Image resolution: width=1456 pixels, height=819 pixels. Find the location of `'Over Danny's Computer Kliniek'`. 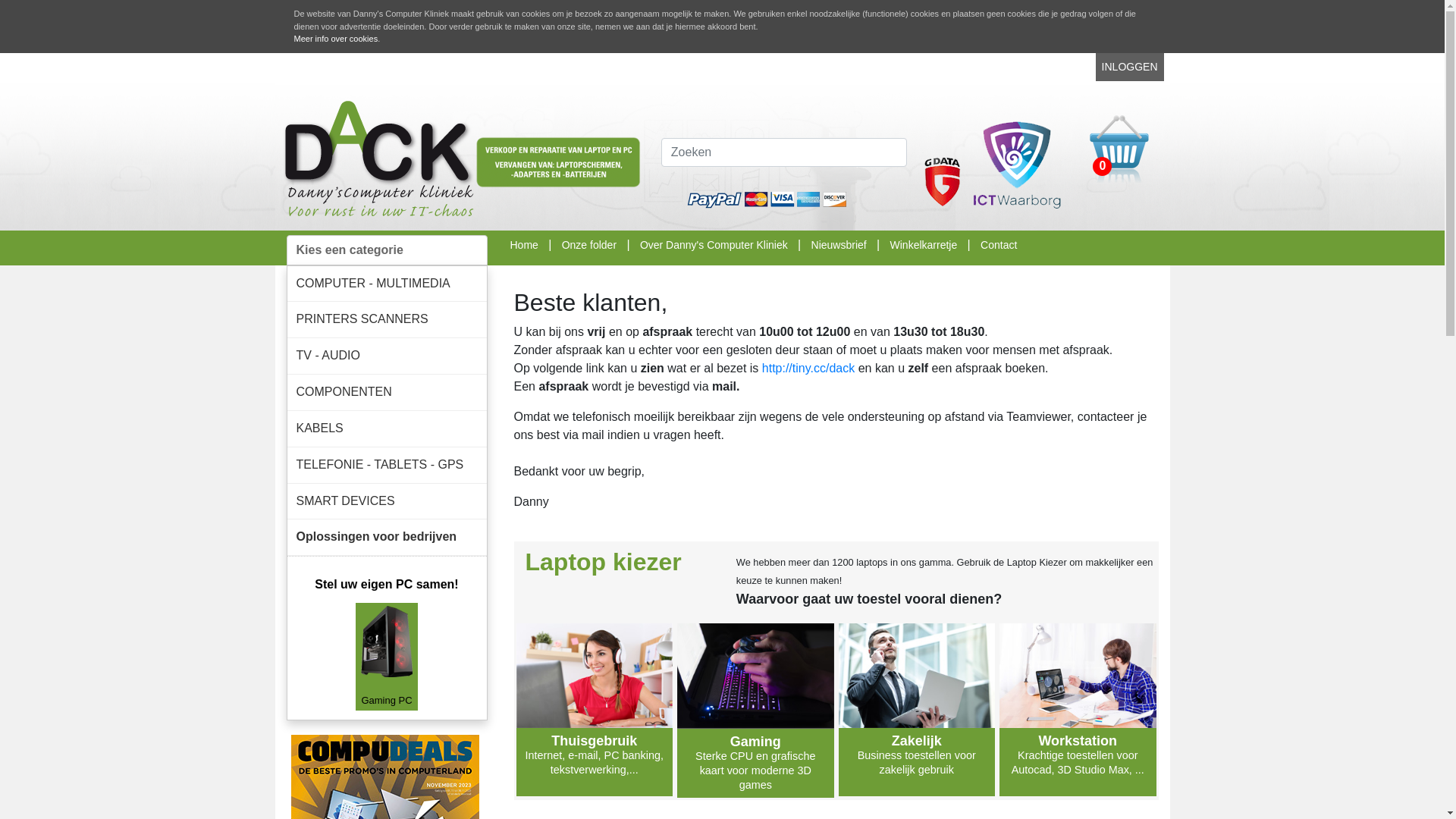

'Over Danny's Computer Kliniek' is located at coordinates (640, 243).